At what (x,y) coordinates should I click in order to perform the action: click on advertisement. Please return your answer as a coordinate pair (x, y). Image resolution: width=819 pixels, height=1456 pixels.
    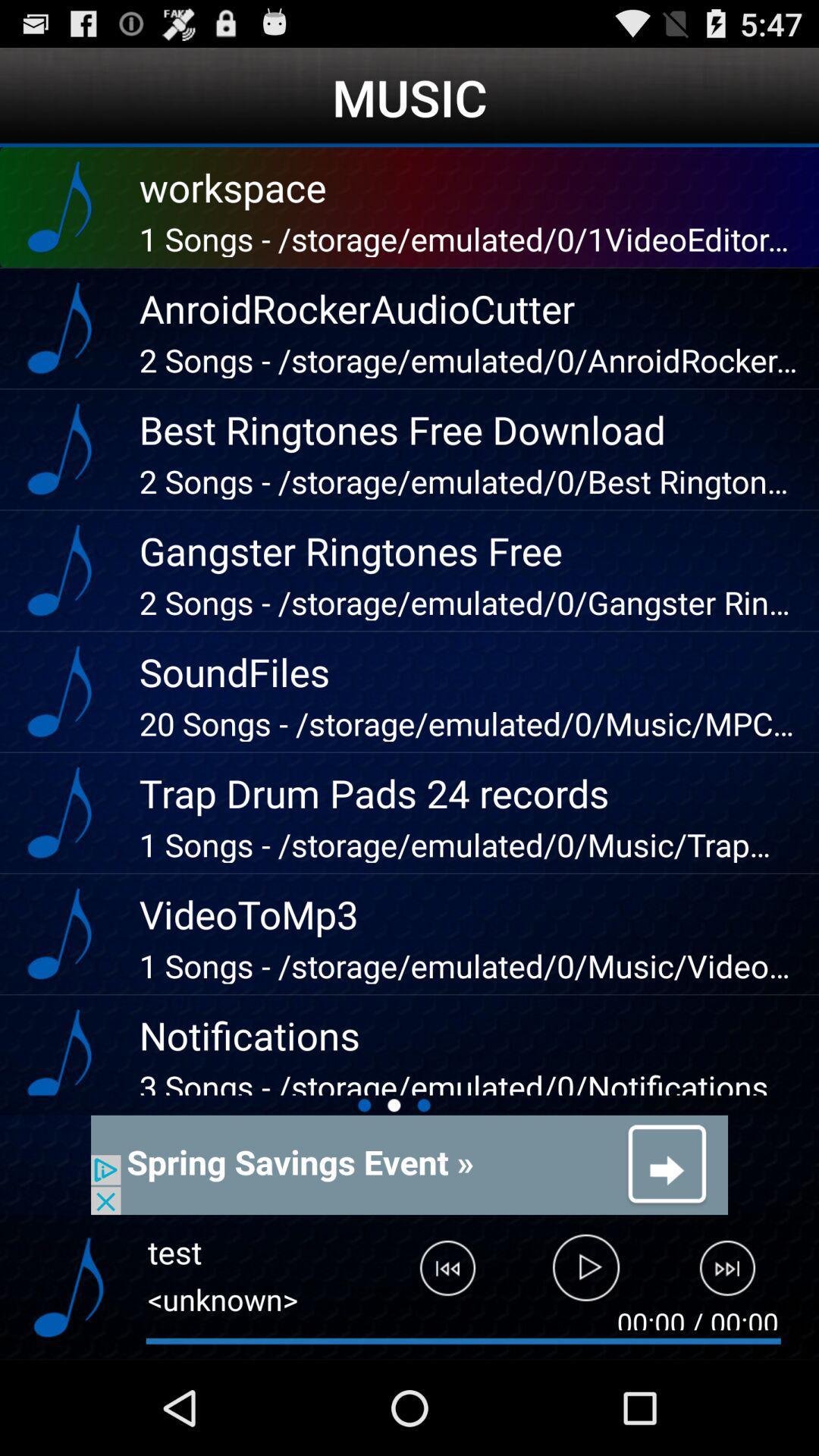
    Looking at the image, I should click on (409, 1164).